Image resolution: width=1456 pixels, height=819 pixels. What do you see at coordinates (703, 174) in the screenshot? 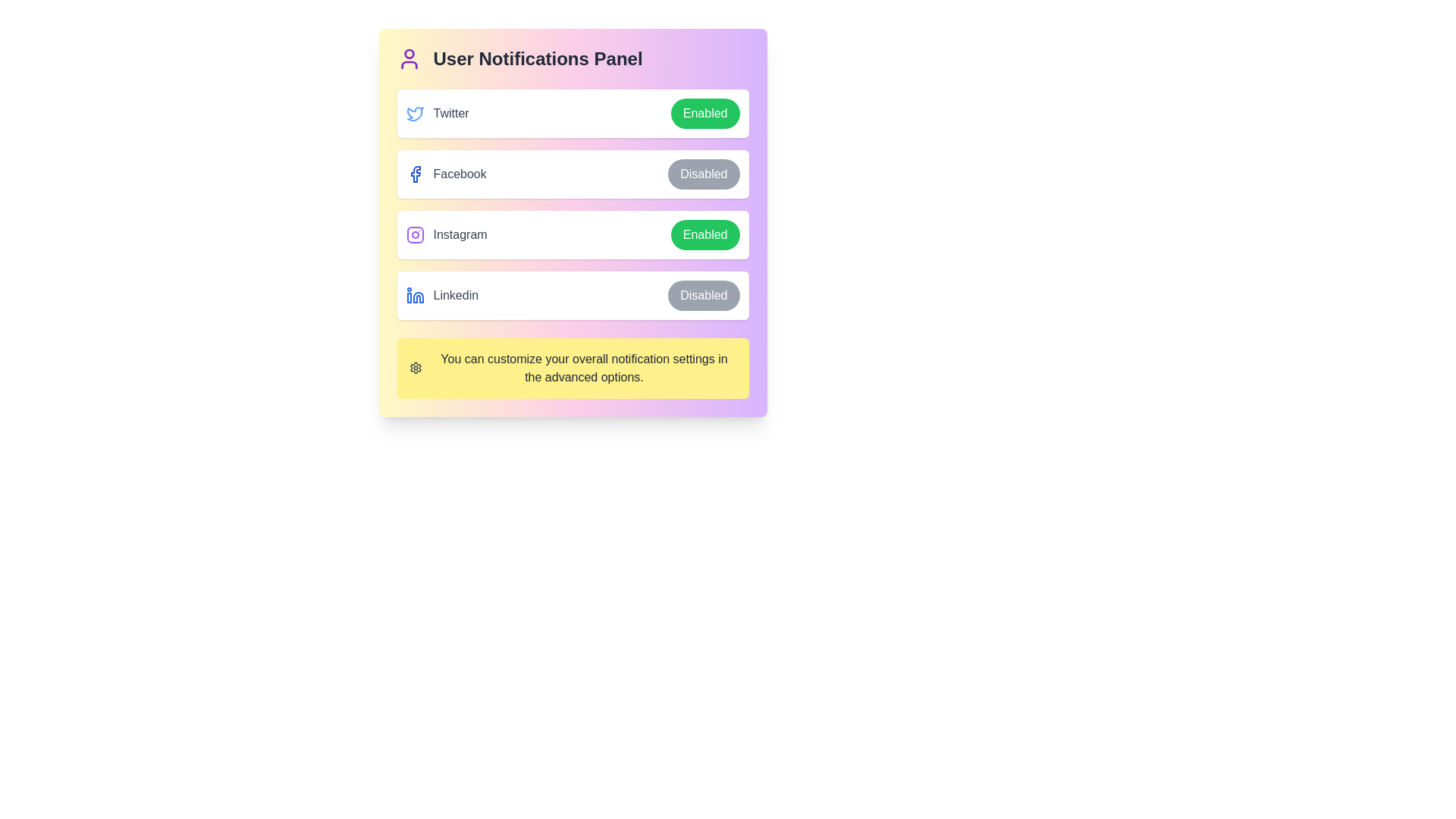
I see `the disabled notification setting button next to the 'Facebook' label` at bounding box center [703, 174].